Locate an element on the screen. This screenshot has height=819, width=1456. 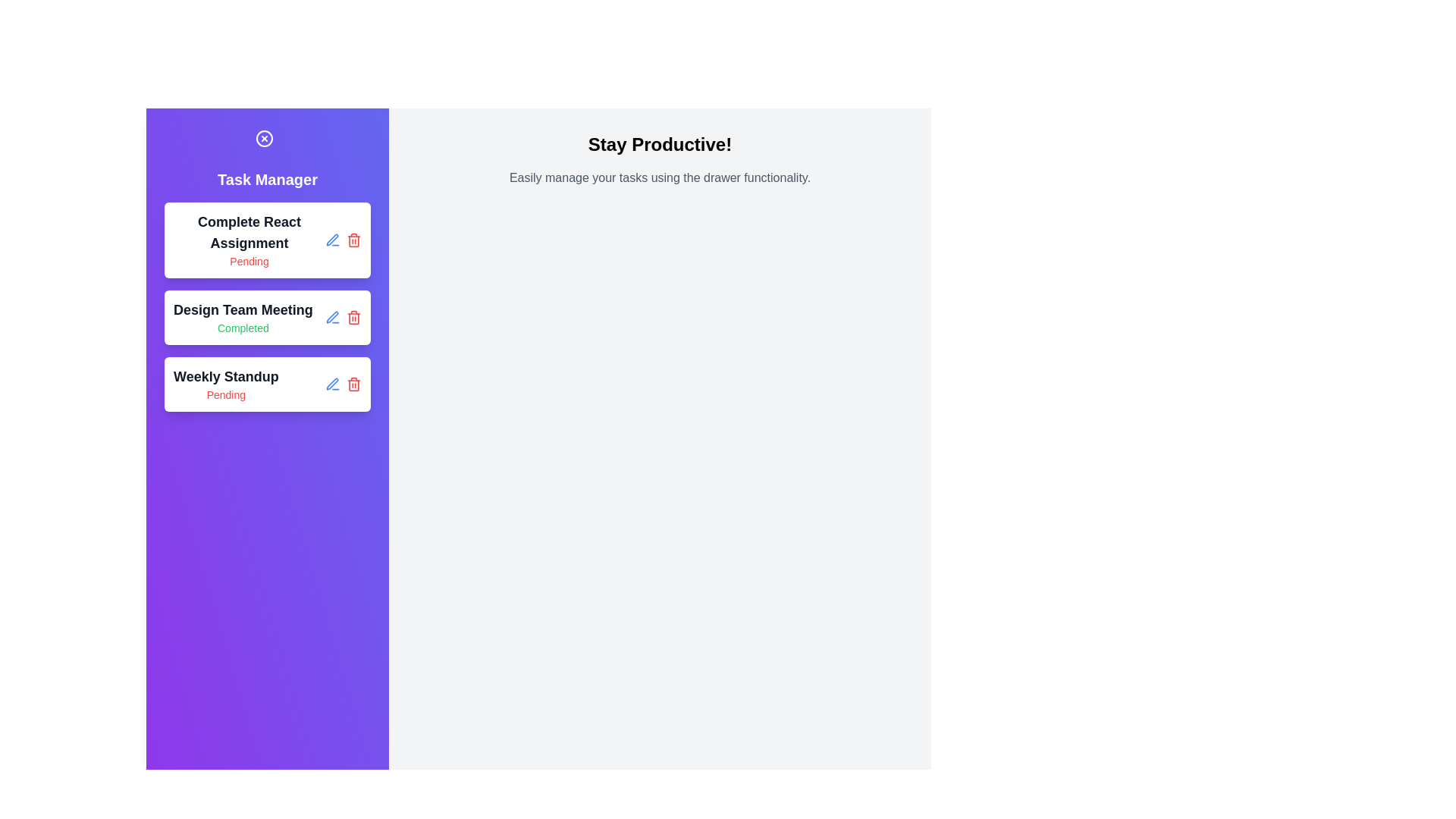
edit button for the task titled Complete React Assignment is located at coordinates (331, 239).